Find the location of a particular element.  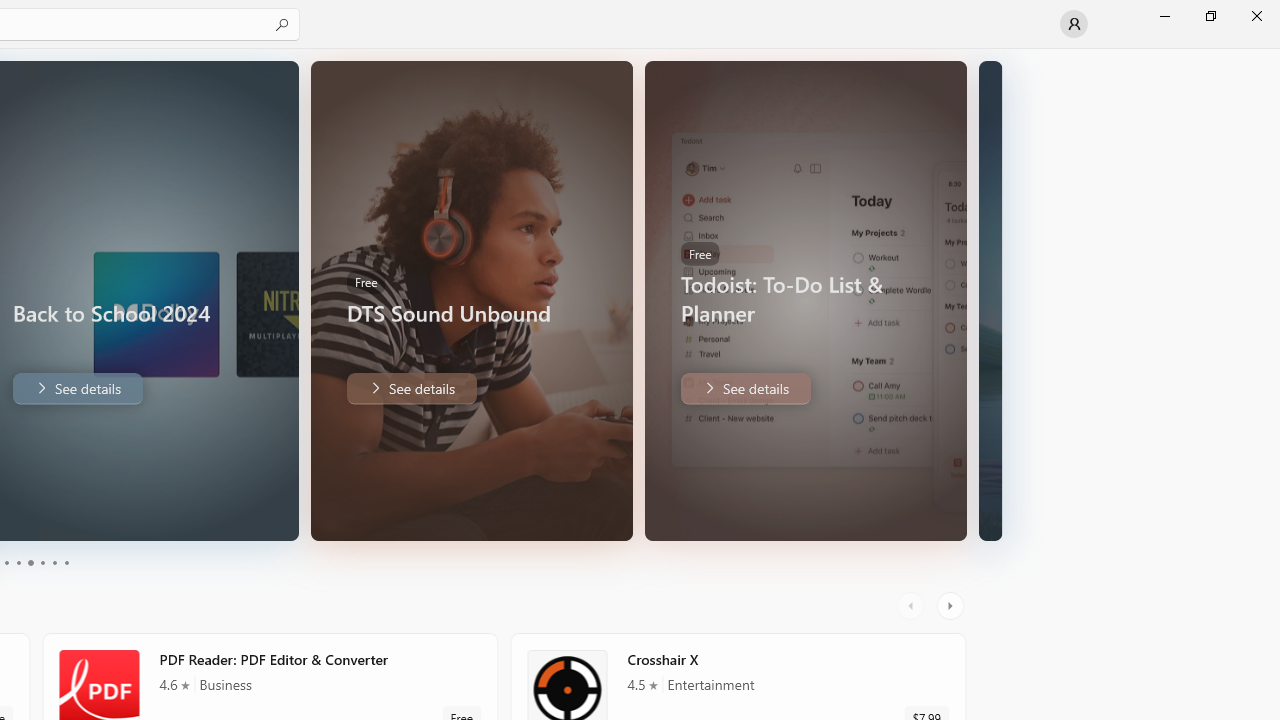

'Page 3' is located at coordinates (30, 563).